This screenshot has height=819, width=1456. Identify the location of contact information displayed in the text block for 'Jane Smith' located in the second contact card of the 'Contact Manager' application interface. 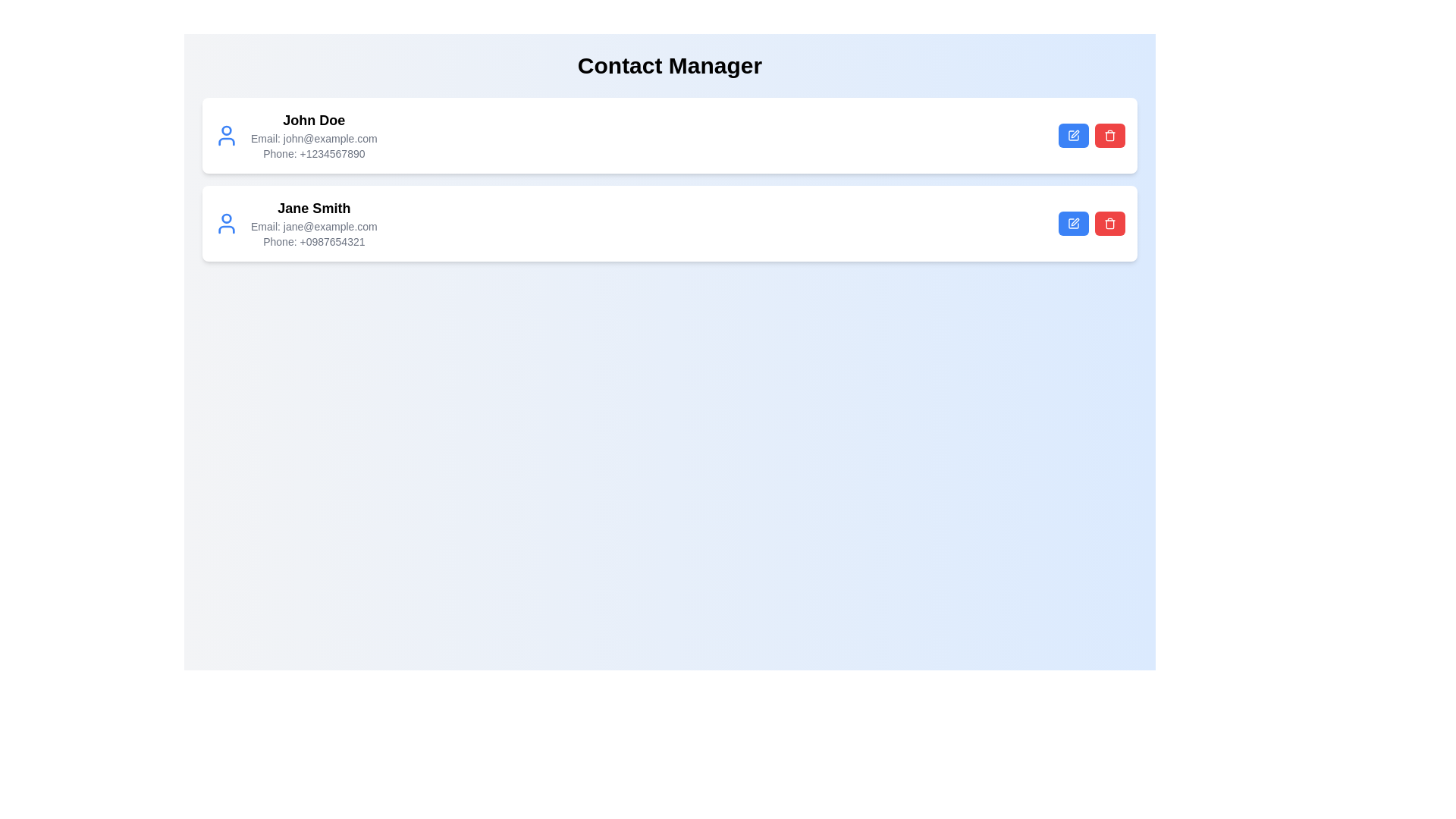
(313, 223).